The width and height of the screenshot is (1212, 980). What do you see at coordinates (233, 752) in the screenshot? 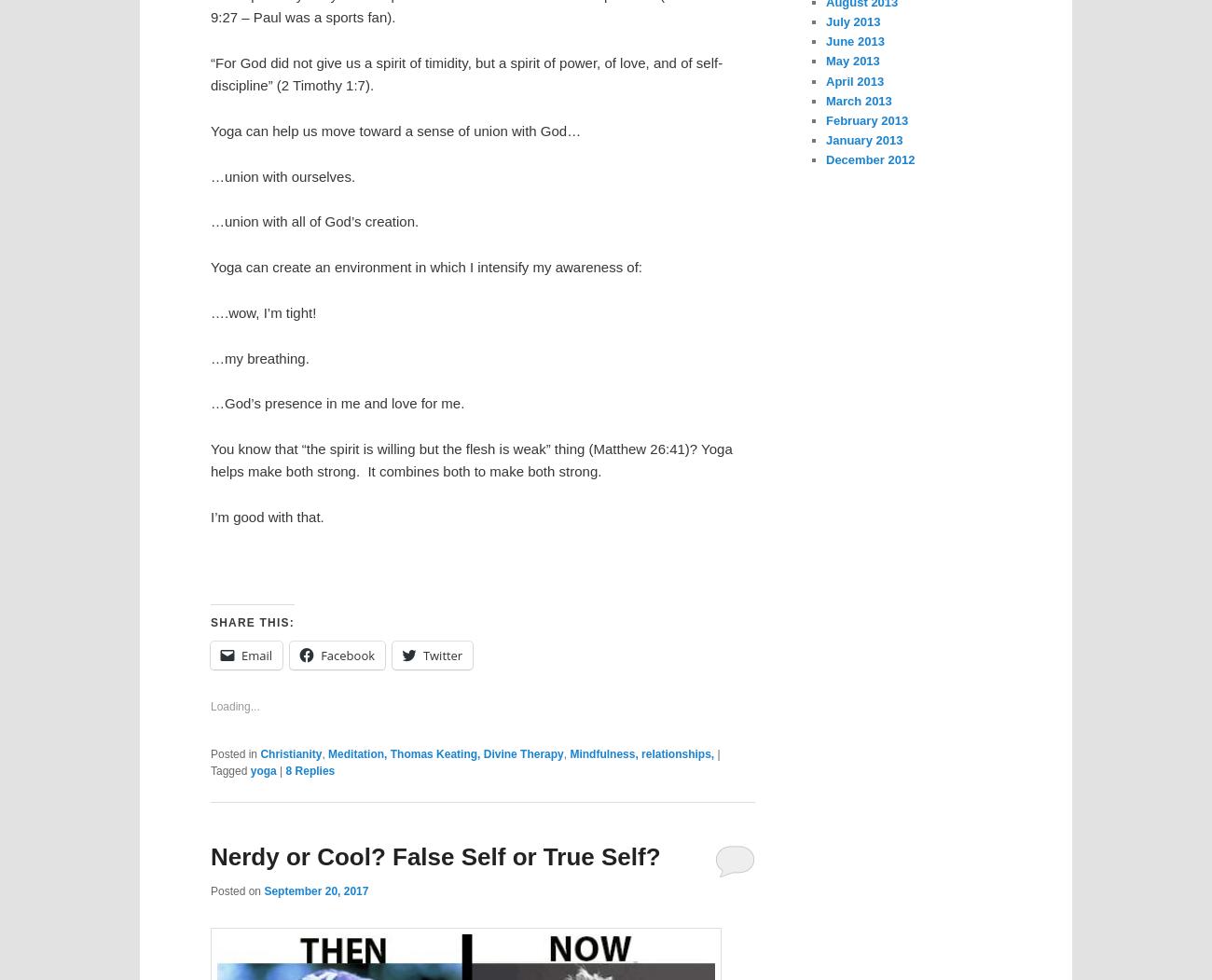
I see `'Posted in'` at bounding box center [233, 752].